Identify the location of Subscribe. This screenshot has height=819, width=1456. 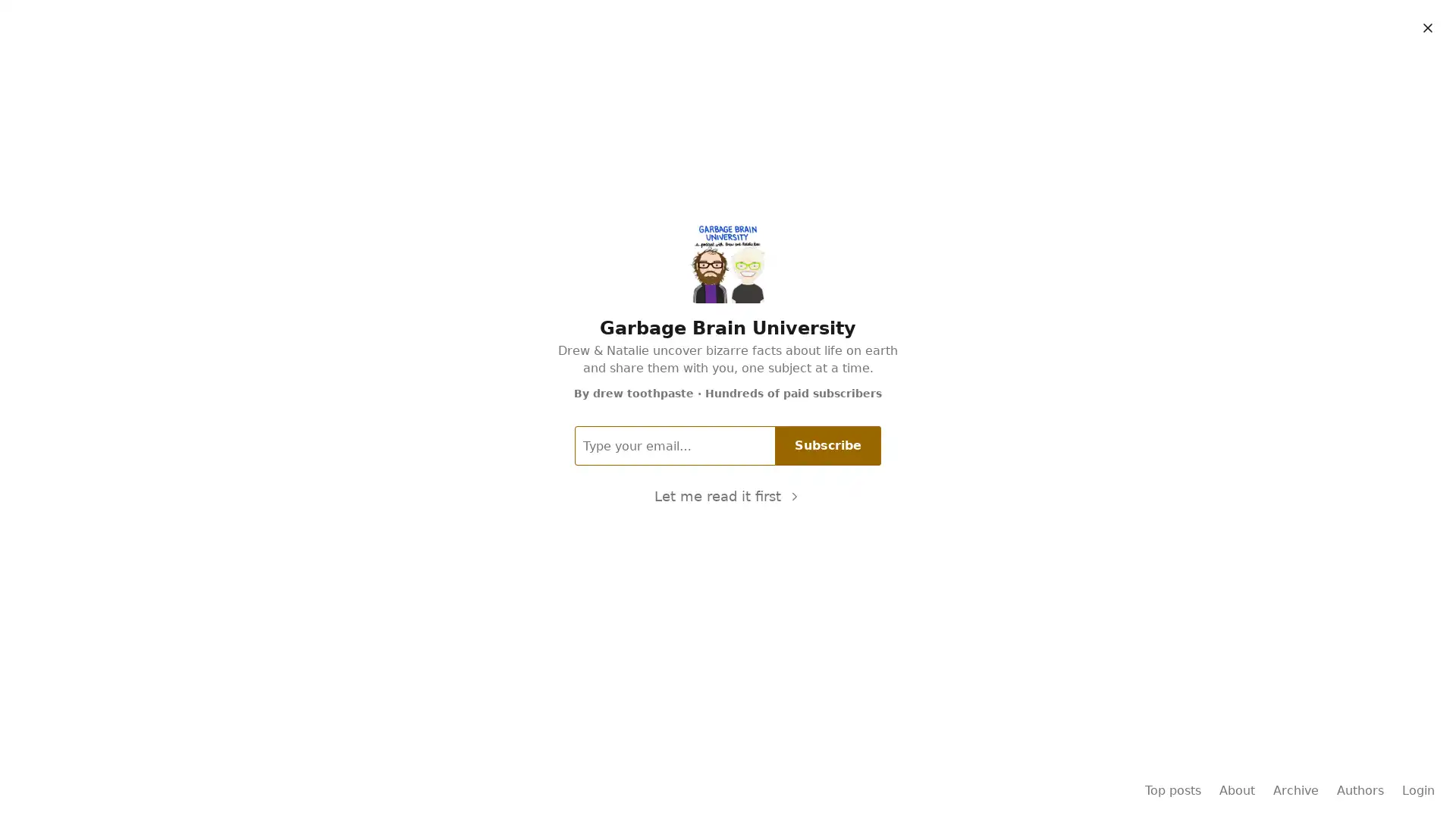
(827, 444).